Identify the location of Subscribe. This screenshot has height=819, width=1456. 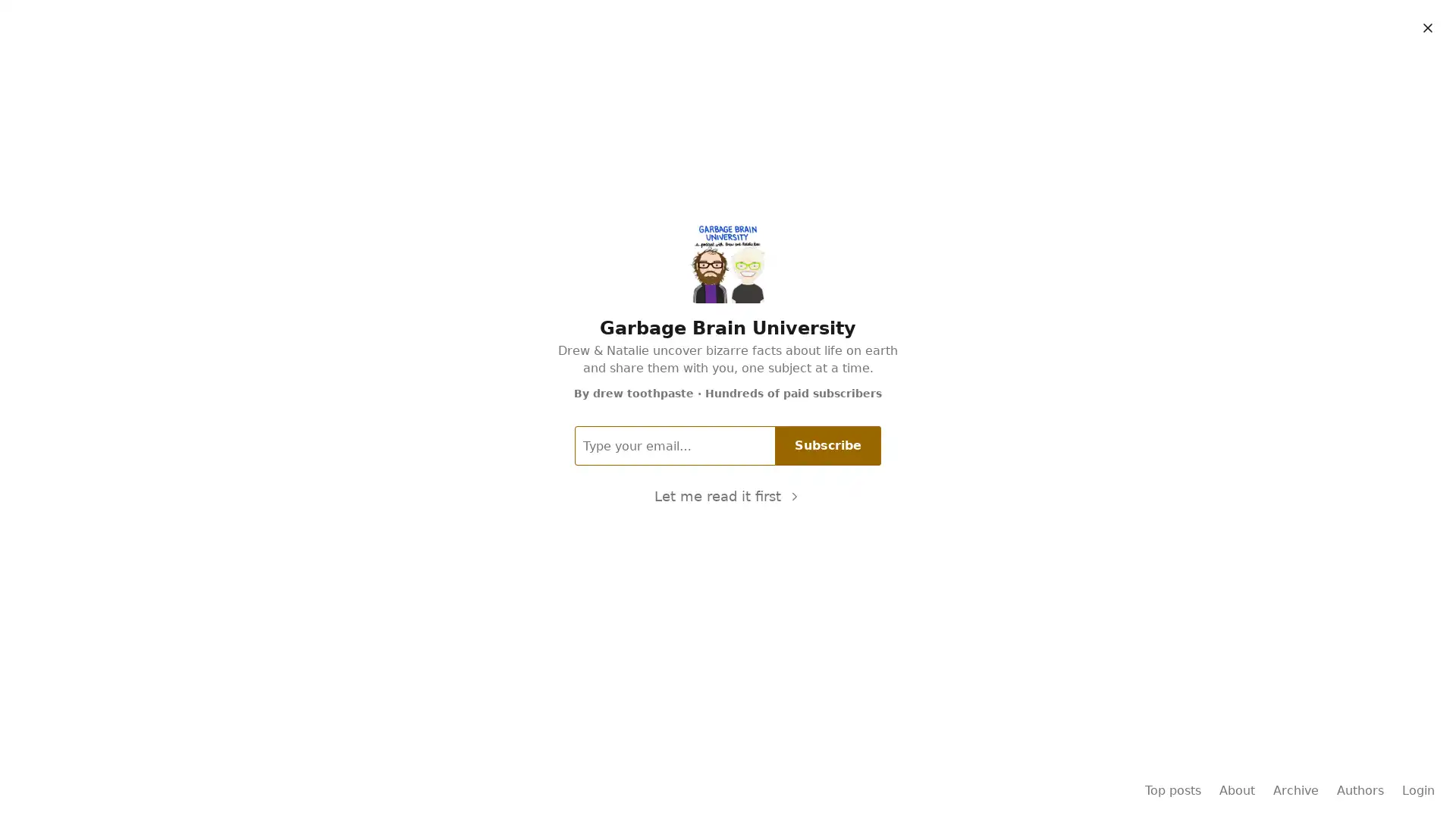
(827, 444).